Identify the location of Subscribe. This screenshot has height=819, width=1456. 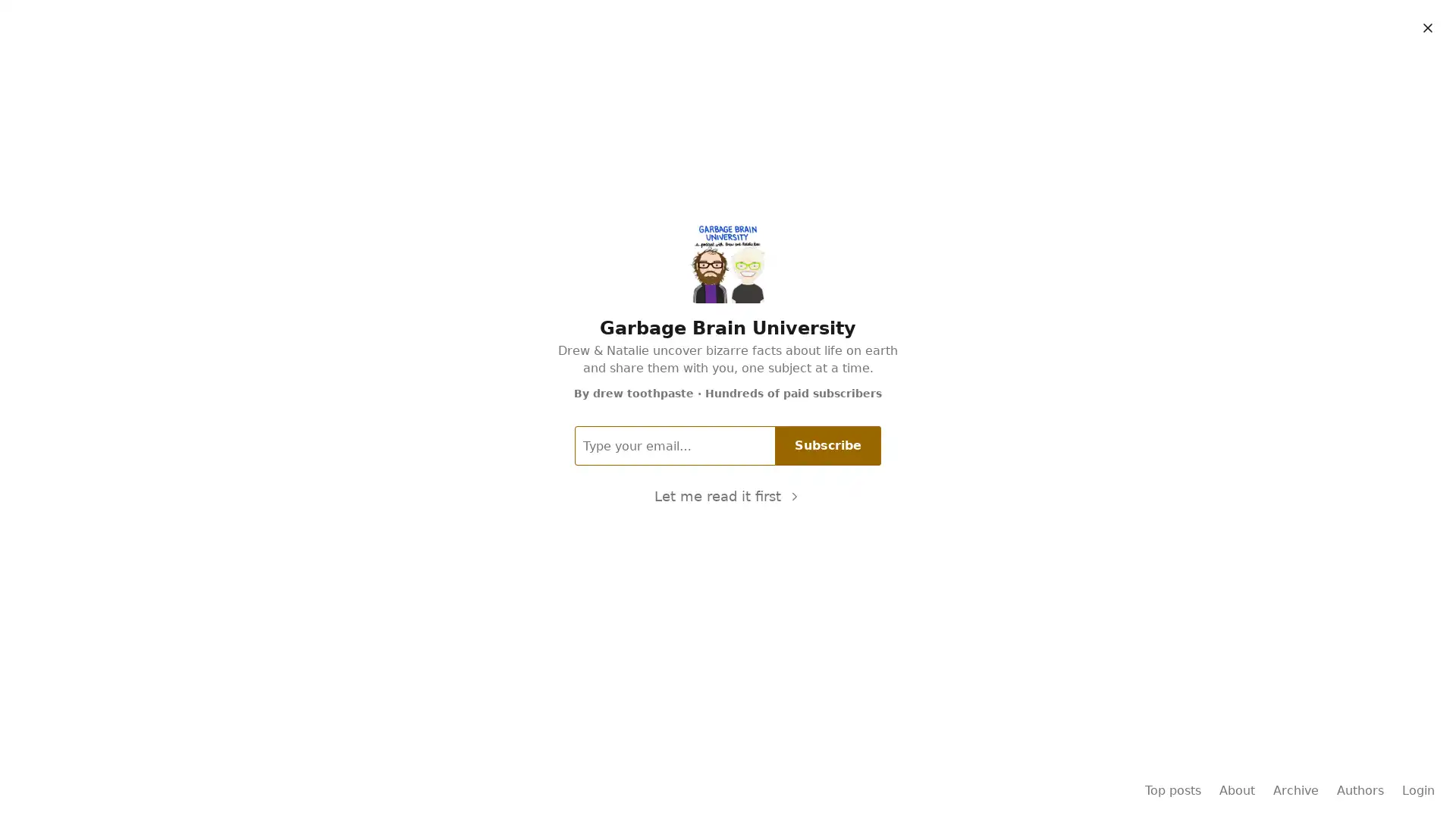
(827, 444).